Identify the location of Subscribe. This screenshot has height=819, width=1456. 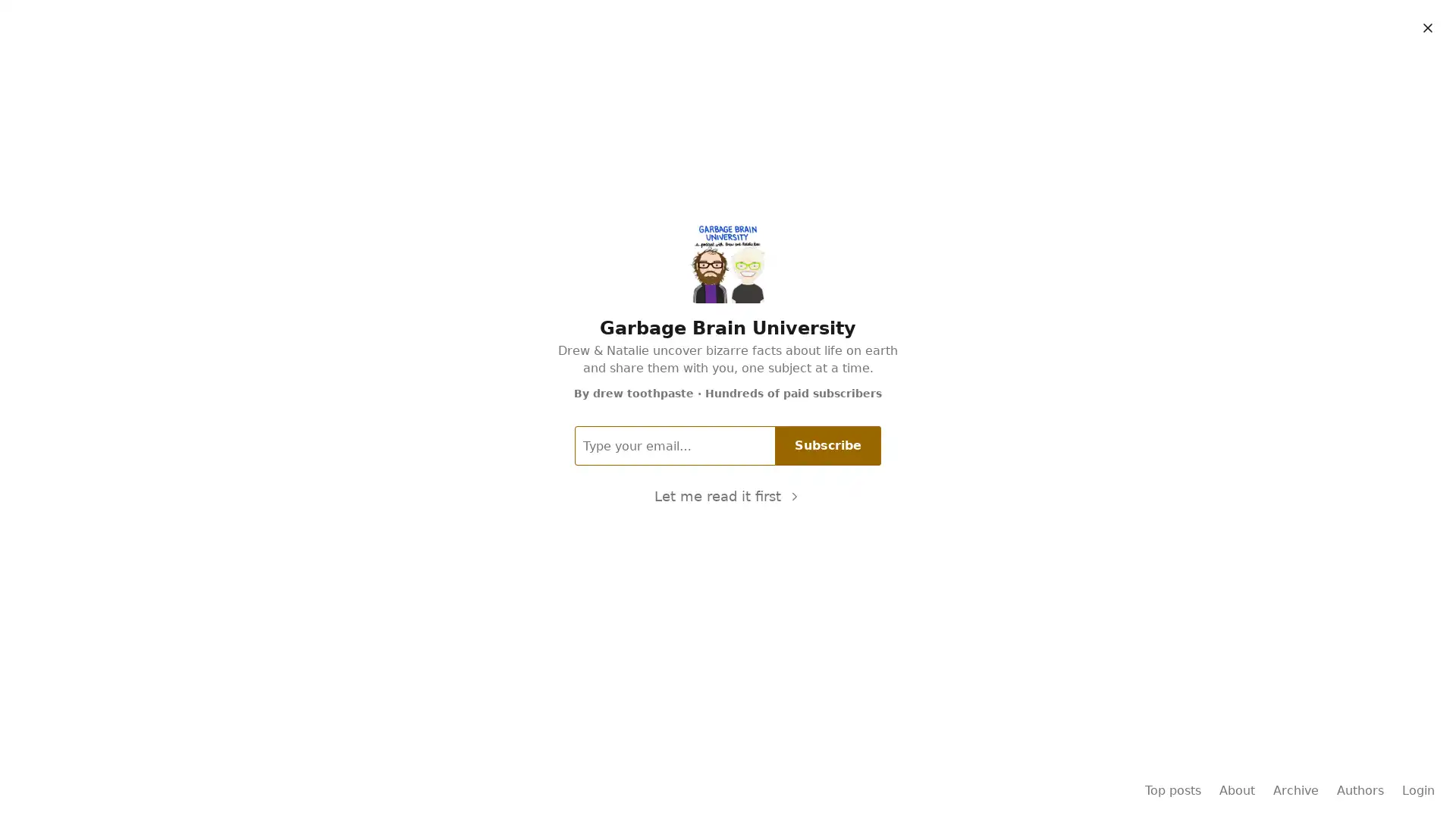
(827, 444).